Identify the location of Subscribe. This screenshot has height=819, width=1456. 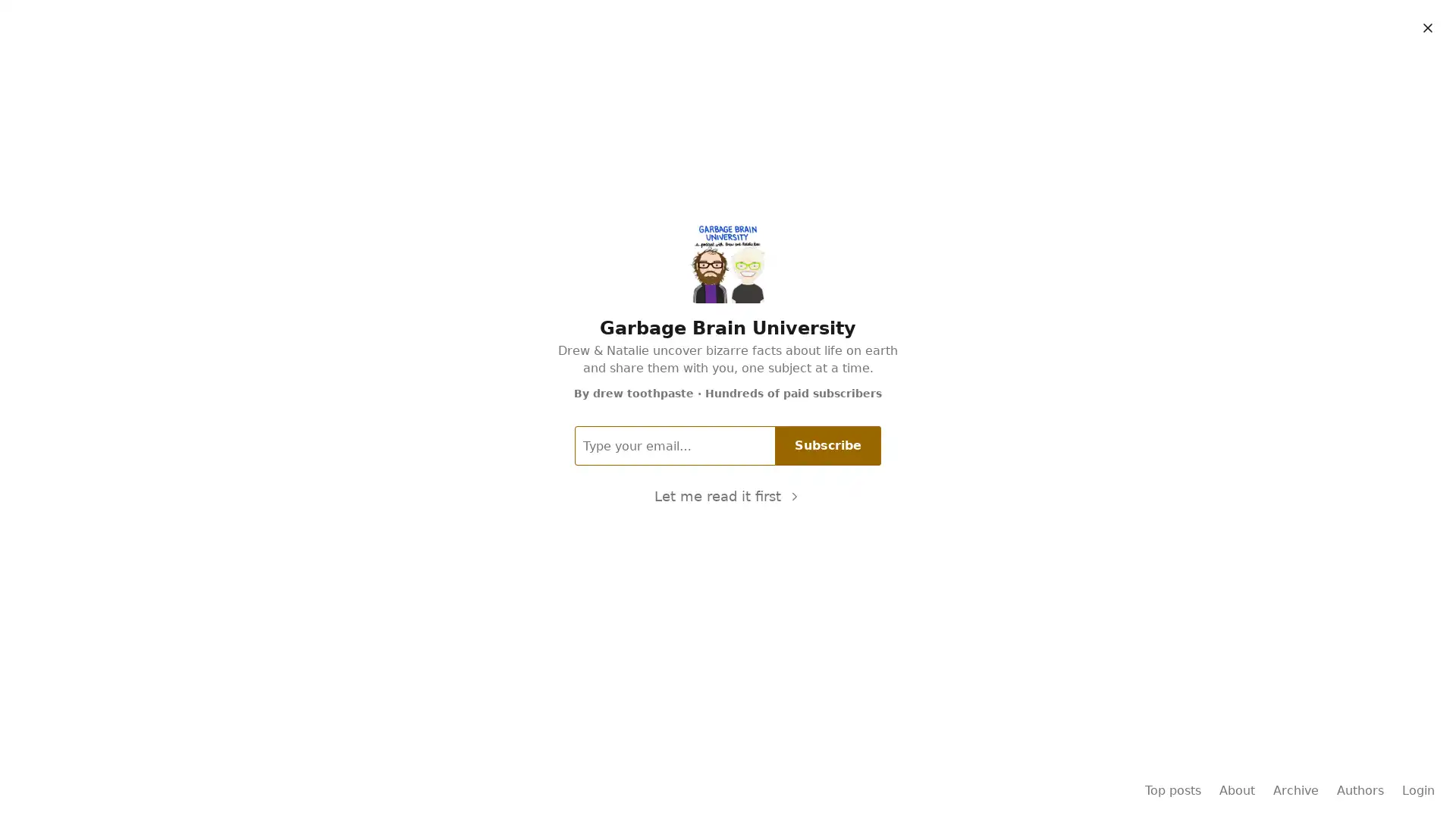
(827, 444).